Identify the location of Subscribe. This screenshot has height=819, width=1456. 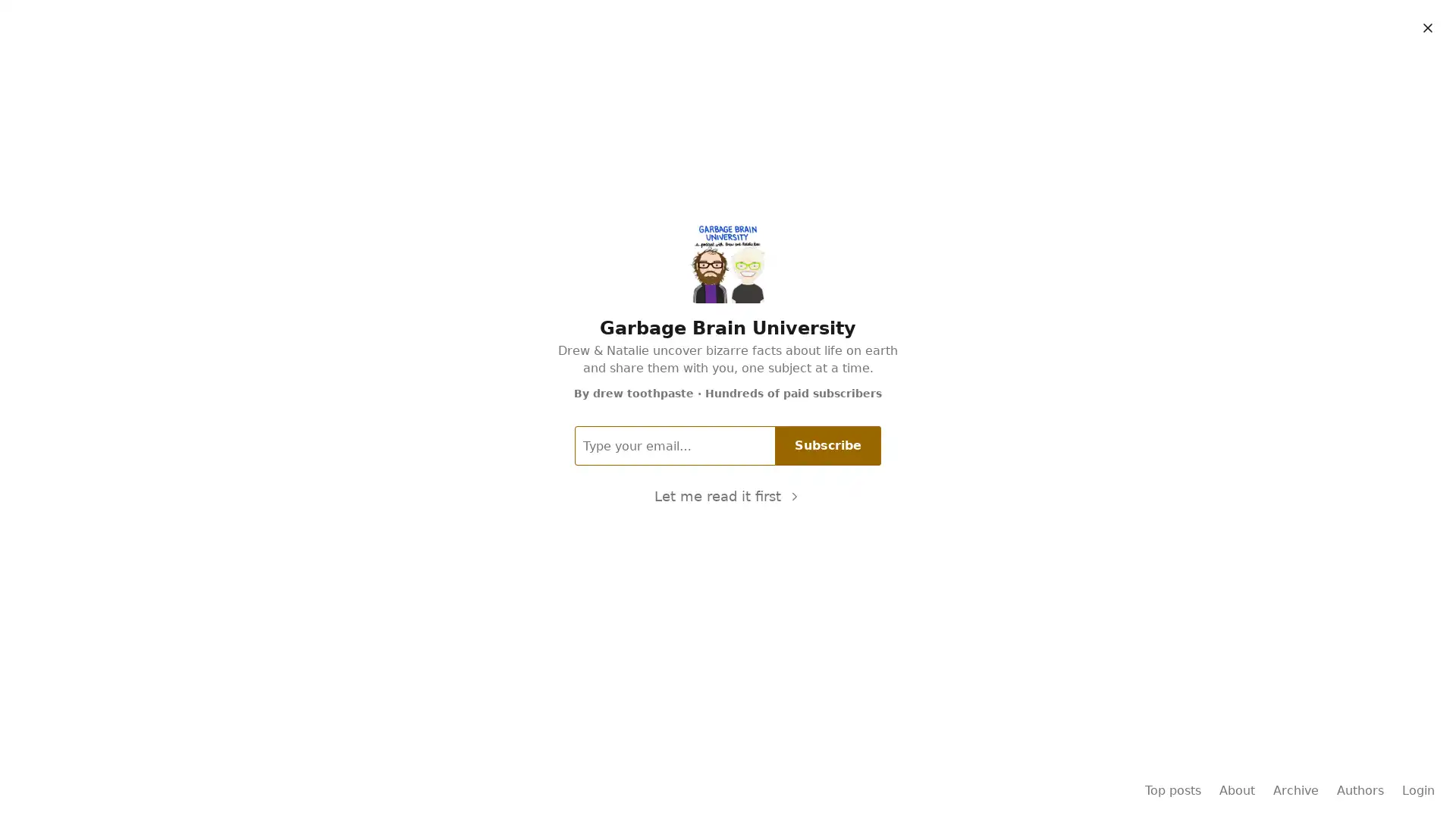
(827, 444).